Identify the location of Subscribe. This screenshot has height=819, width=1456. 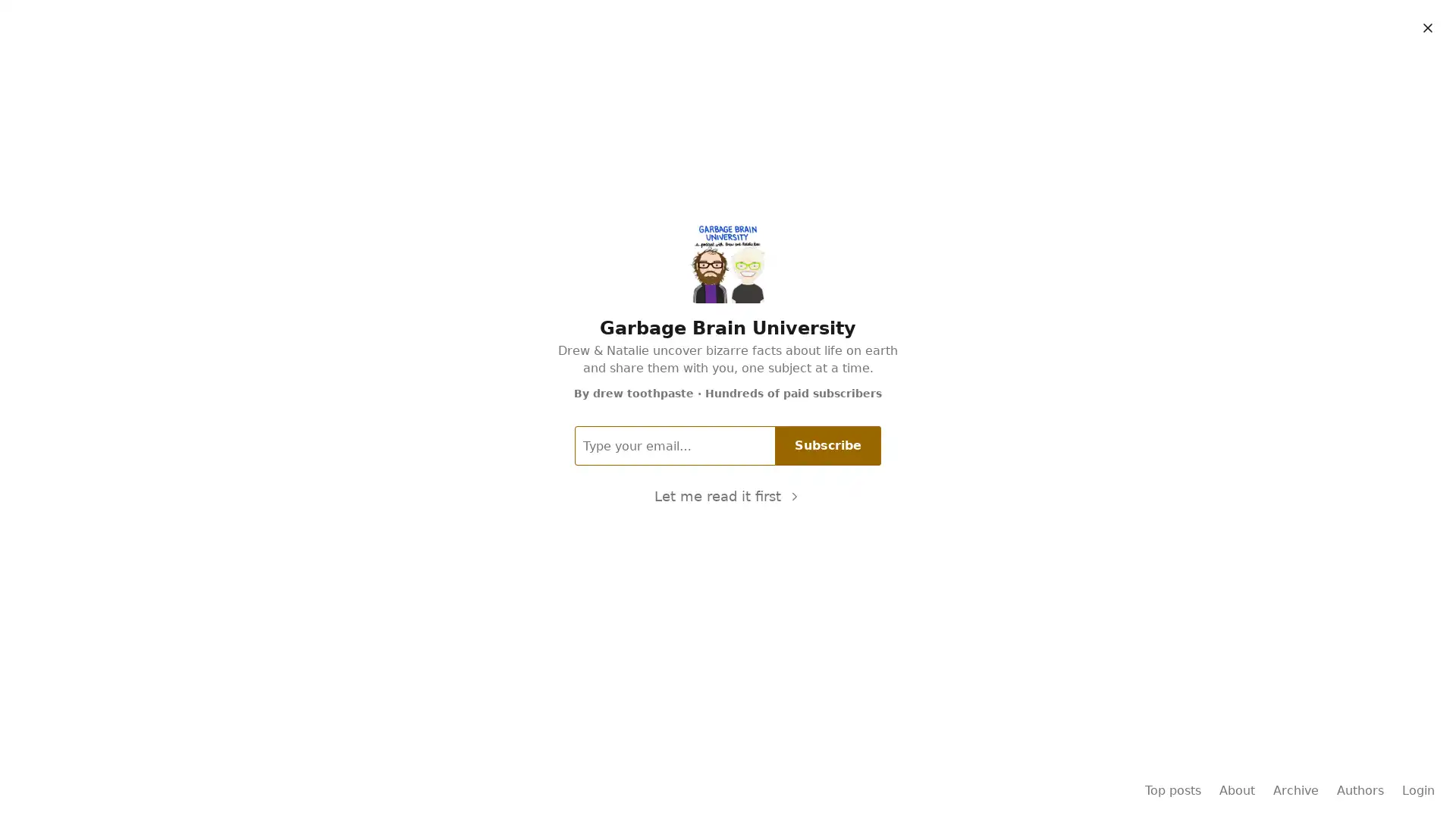
(827, 444).